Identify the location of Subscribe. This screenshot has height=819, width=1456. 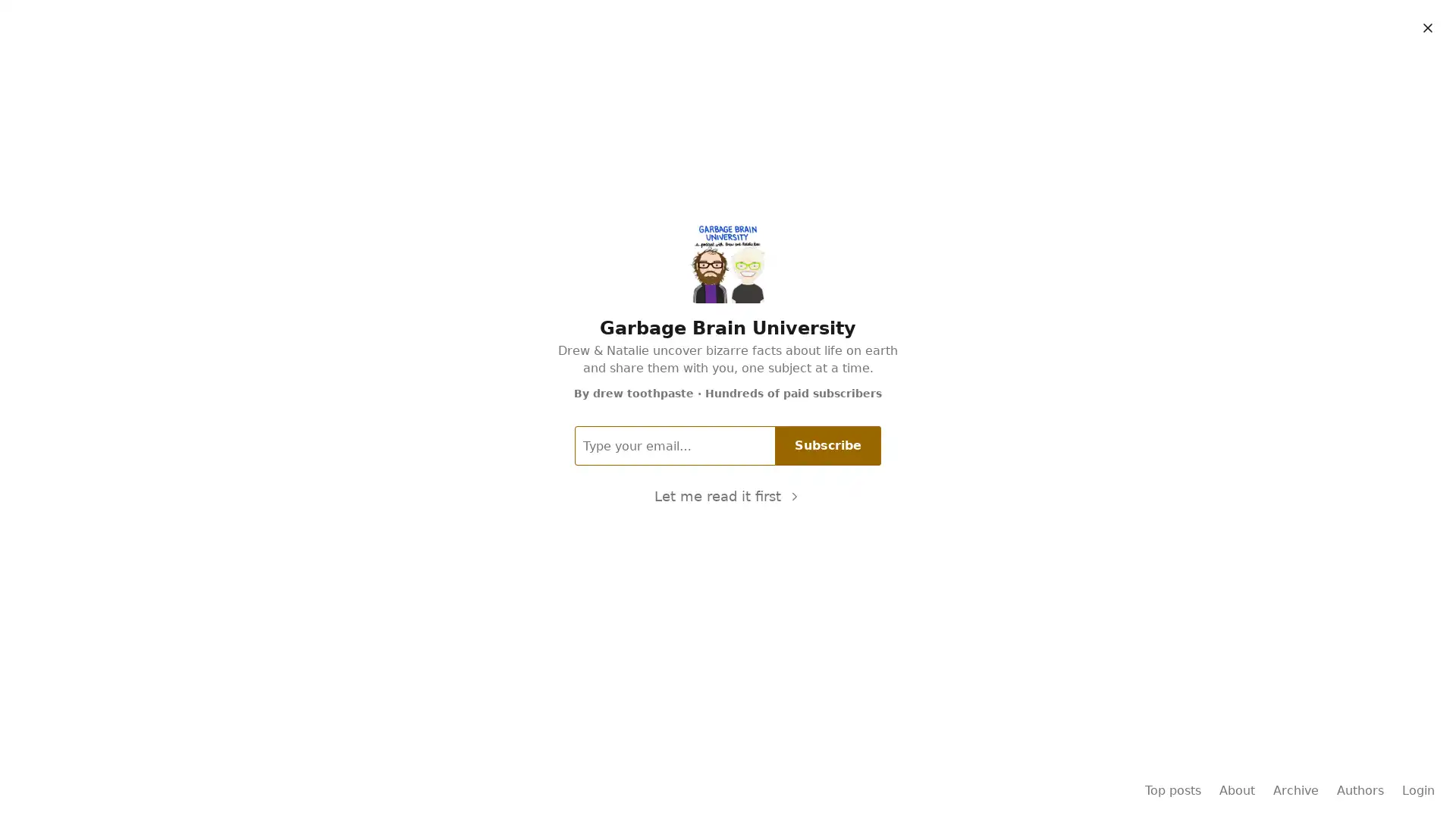
(827, 444).